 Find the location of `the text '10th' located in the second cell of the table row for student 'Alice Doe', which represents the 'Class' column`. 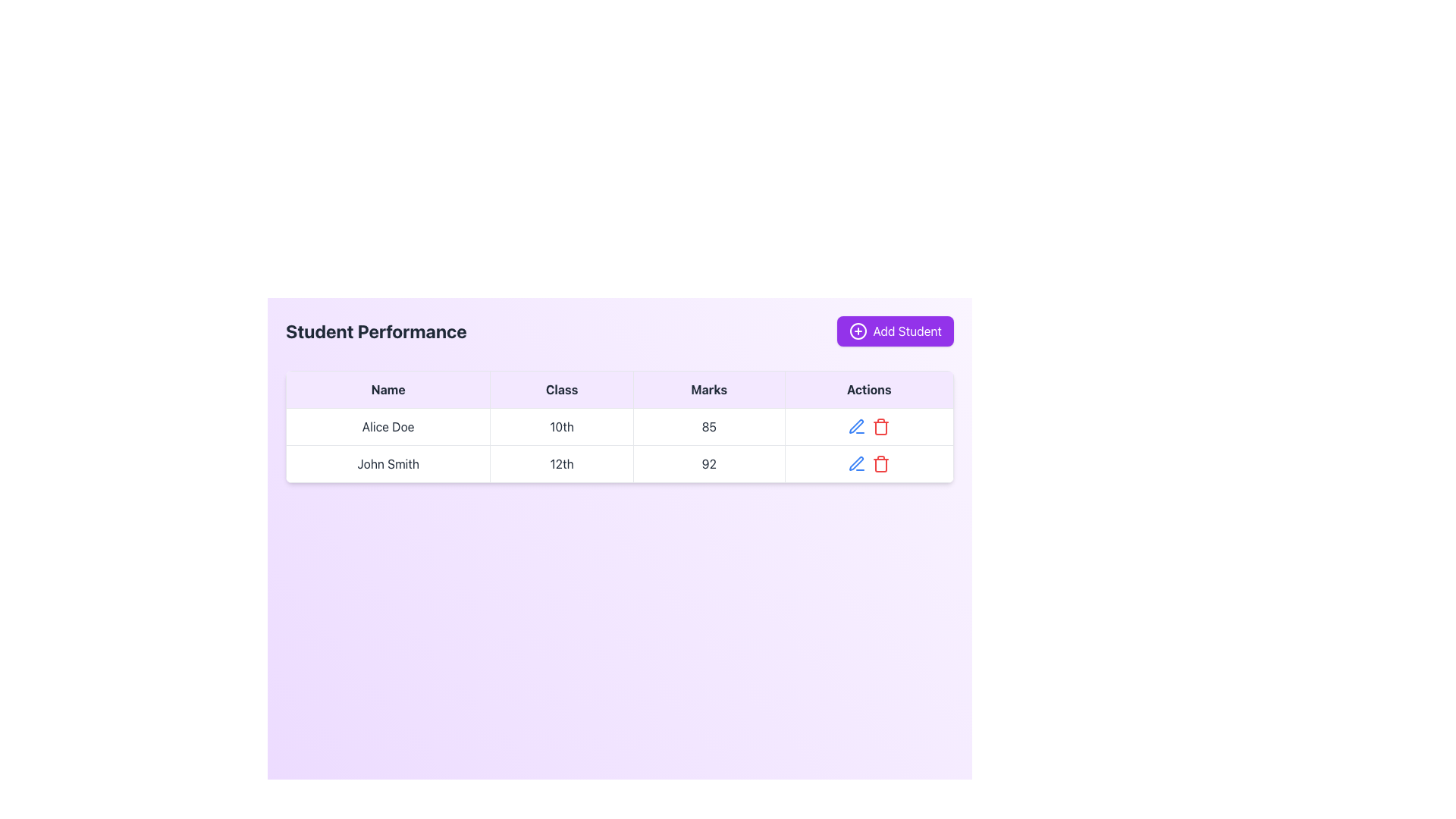

the text '10th' located in the second cell of the table row for student 'Alice Doe', which represents the 'Class' column is located at coordinates (561, 427).